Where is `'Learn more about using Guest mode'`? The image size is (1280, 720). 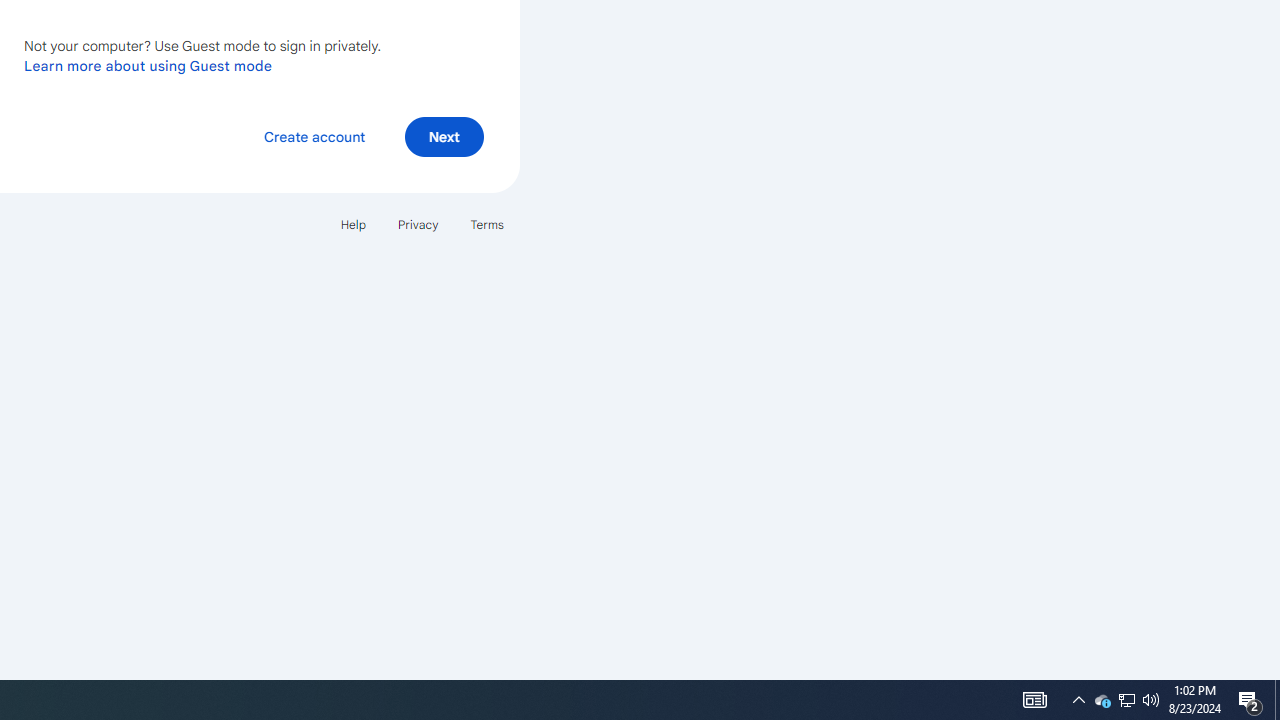 'Learn more about using Guest mode' is located at coordinates (147, 64).